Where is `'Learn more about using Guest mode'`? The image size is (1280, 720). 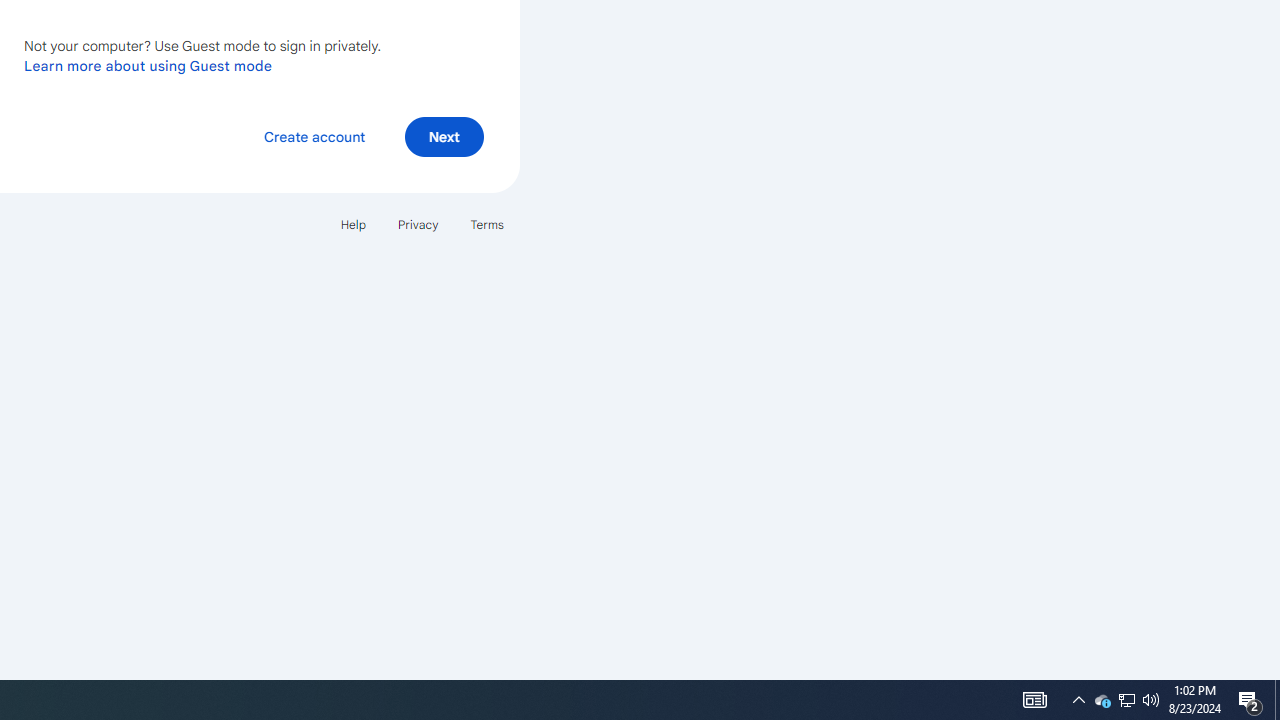 'Learn more about using Guest mode' is located at coordinates (147, 64).